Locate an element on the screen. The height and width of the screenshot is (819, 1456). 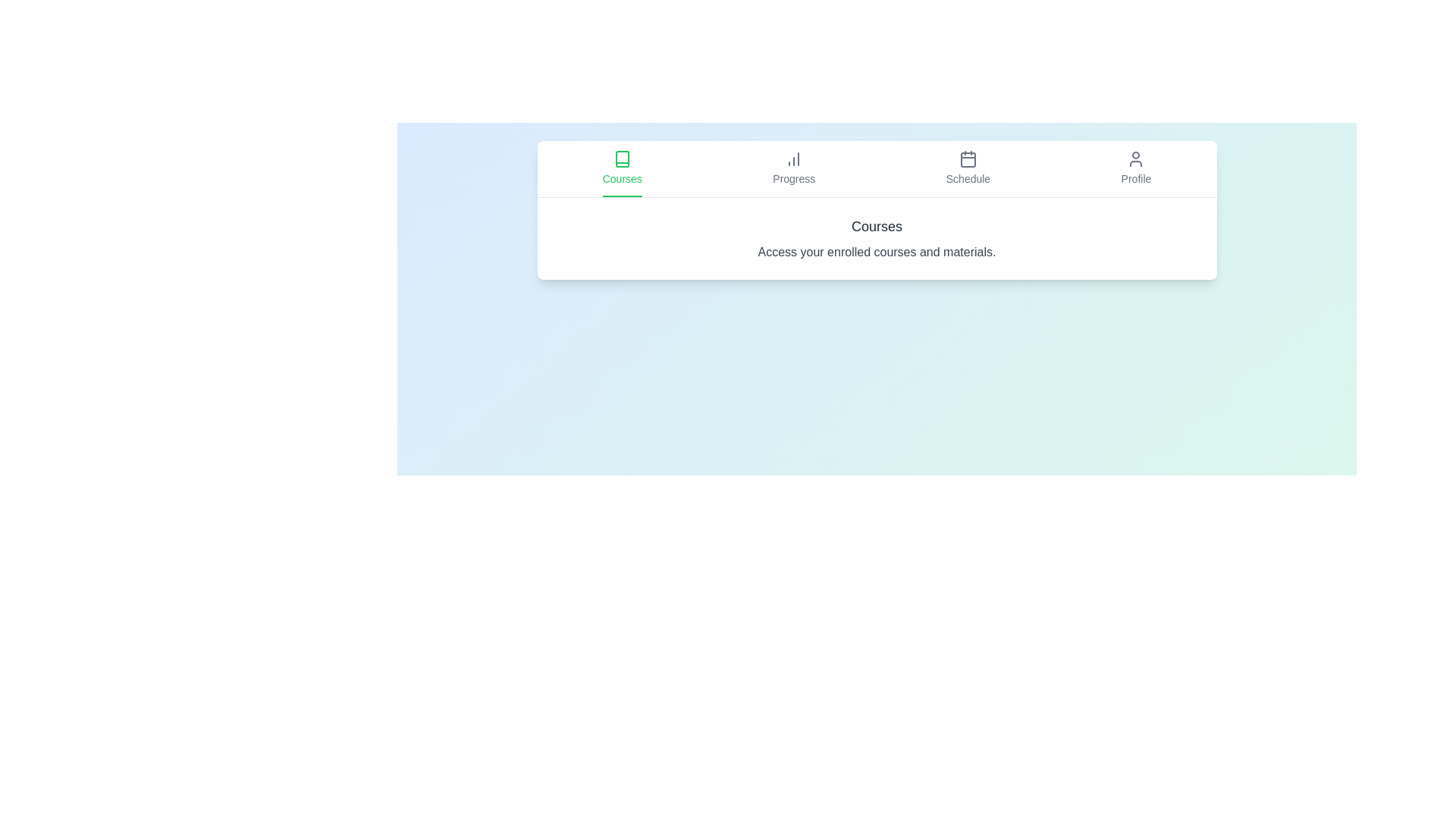
the tab labeled Profile is located at coordinates (1135, 169).